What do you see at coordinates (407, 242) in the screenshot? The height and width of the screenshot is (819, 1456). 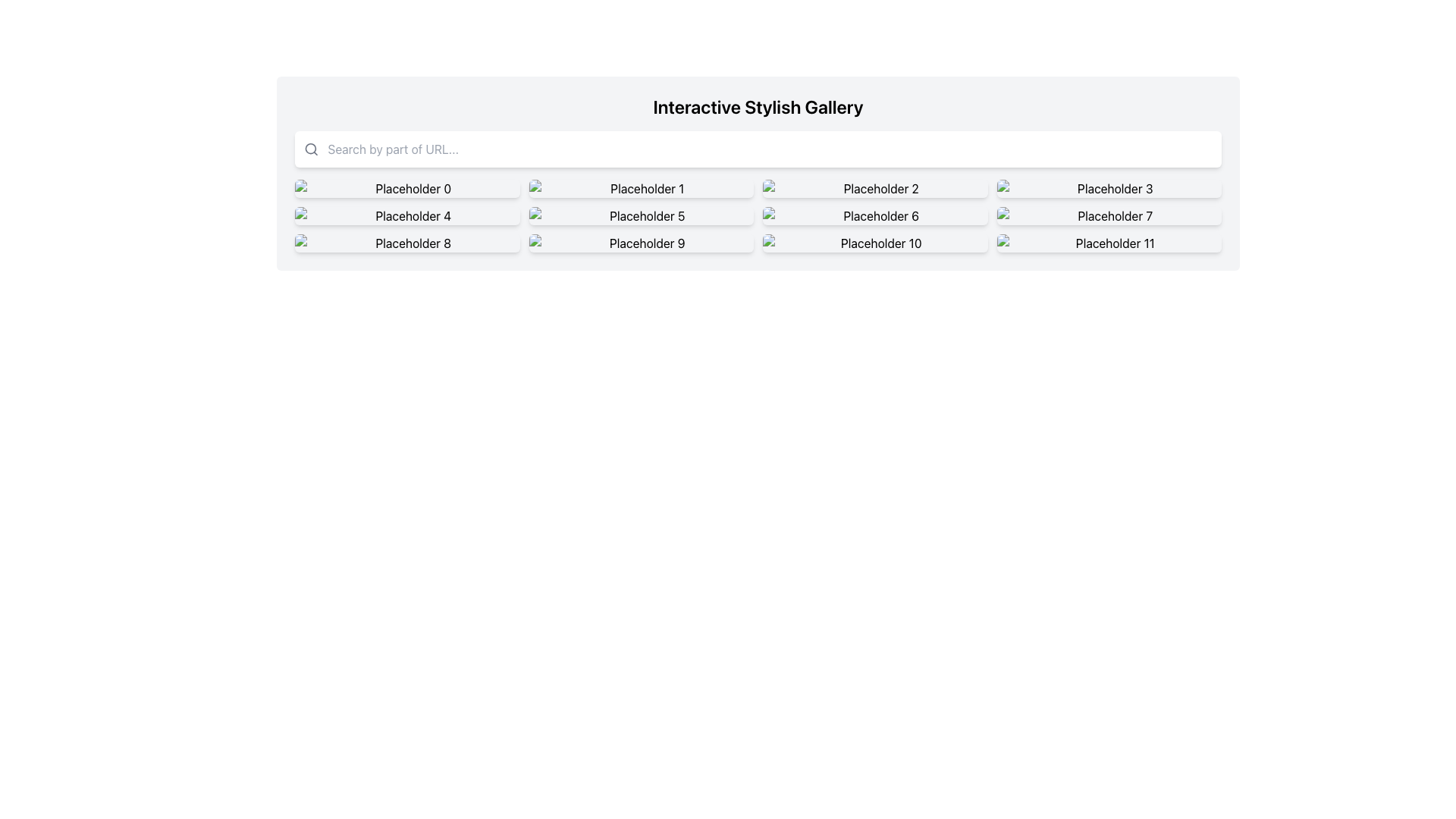 I see `the Dashboard Item labeled 'Placeholder 8', which features an image icon on the left and text styled in a standard sans-serif font, located in the third row, first column of the grid` at bounding box center [407, 242].